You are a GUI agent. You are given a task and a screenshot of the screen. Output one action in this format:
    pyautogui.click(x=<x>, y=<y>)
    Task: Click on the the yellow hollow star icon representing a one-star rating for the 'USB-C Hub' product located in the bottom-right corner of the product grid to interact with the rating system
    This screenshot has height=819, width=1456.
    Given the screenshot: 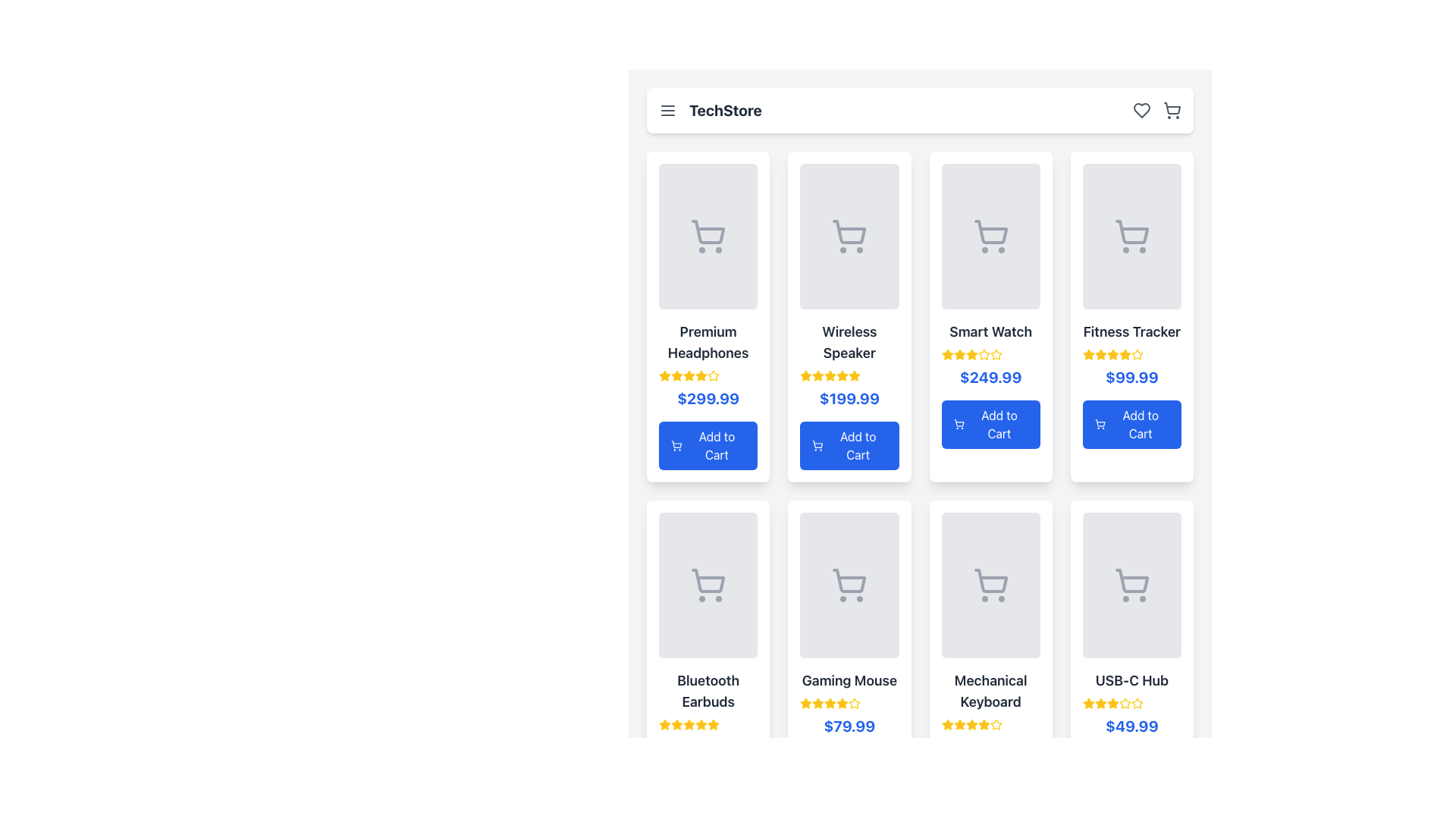 What is the action you would take?
    pyautogui.click(x=1100, y=703)
    